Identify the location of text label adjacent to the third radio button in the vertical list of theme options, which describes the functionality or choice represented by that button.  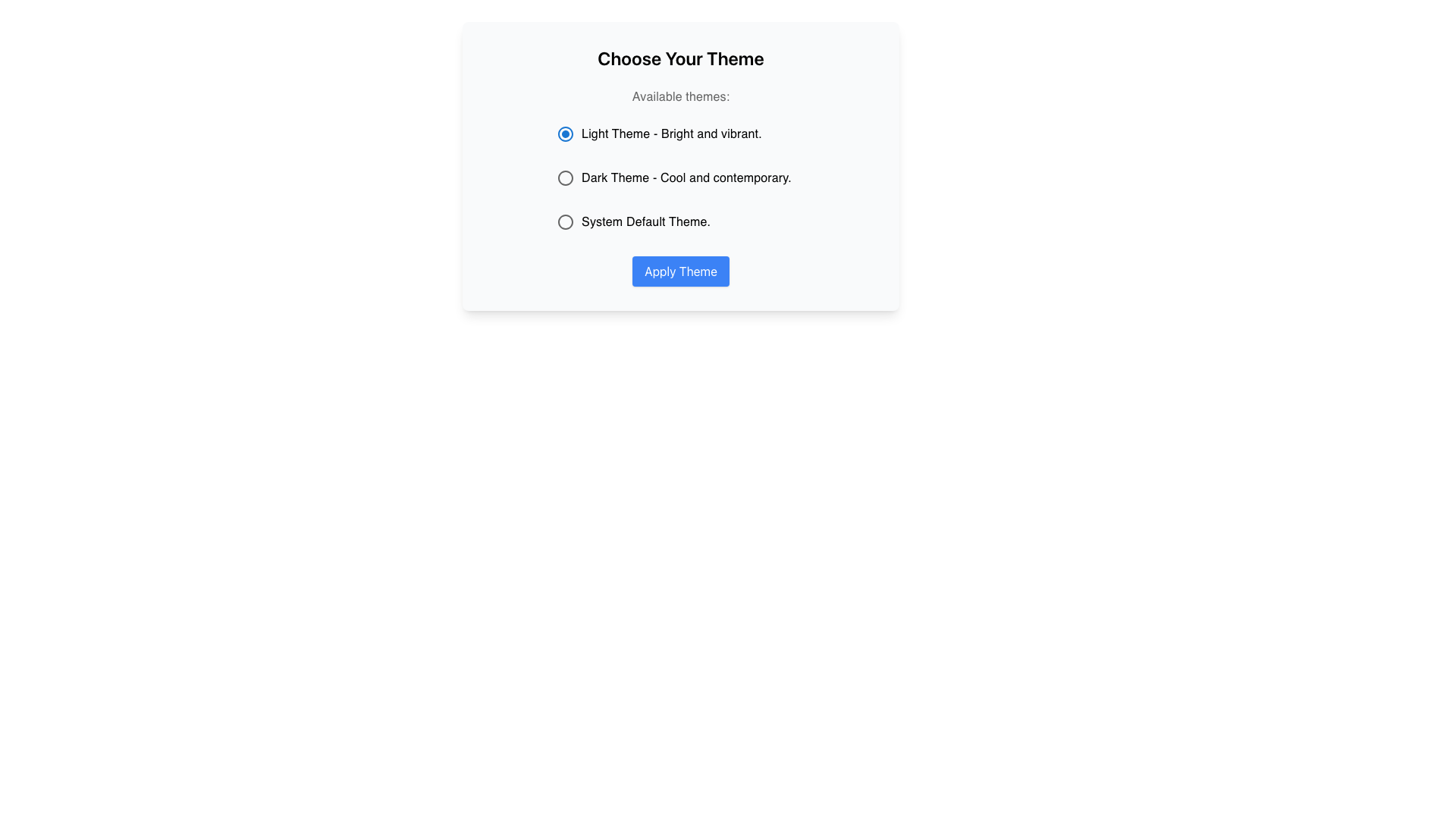
(646, 222).